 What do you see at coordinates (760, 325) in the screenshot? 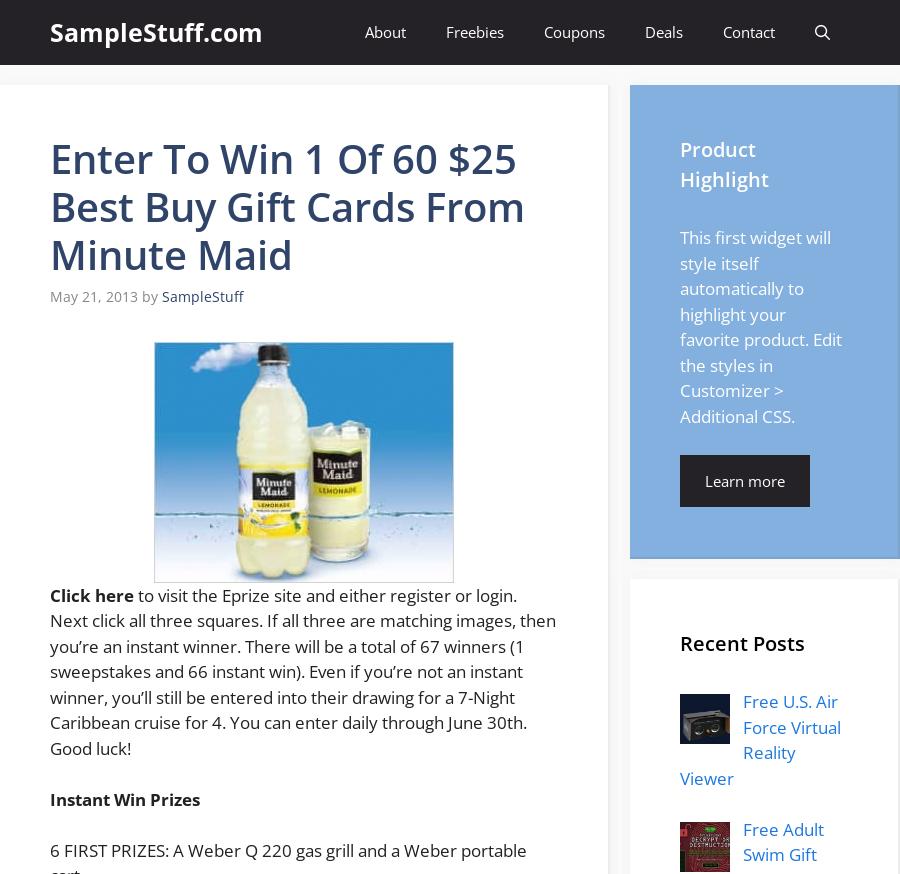
I see `'This first widget will style itself automatically to highlight your favorite product. Edit the styles in Customizer > Additional CSS.'` at bounding box center [760, 325].